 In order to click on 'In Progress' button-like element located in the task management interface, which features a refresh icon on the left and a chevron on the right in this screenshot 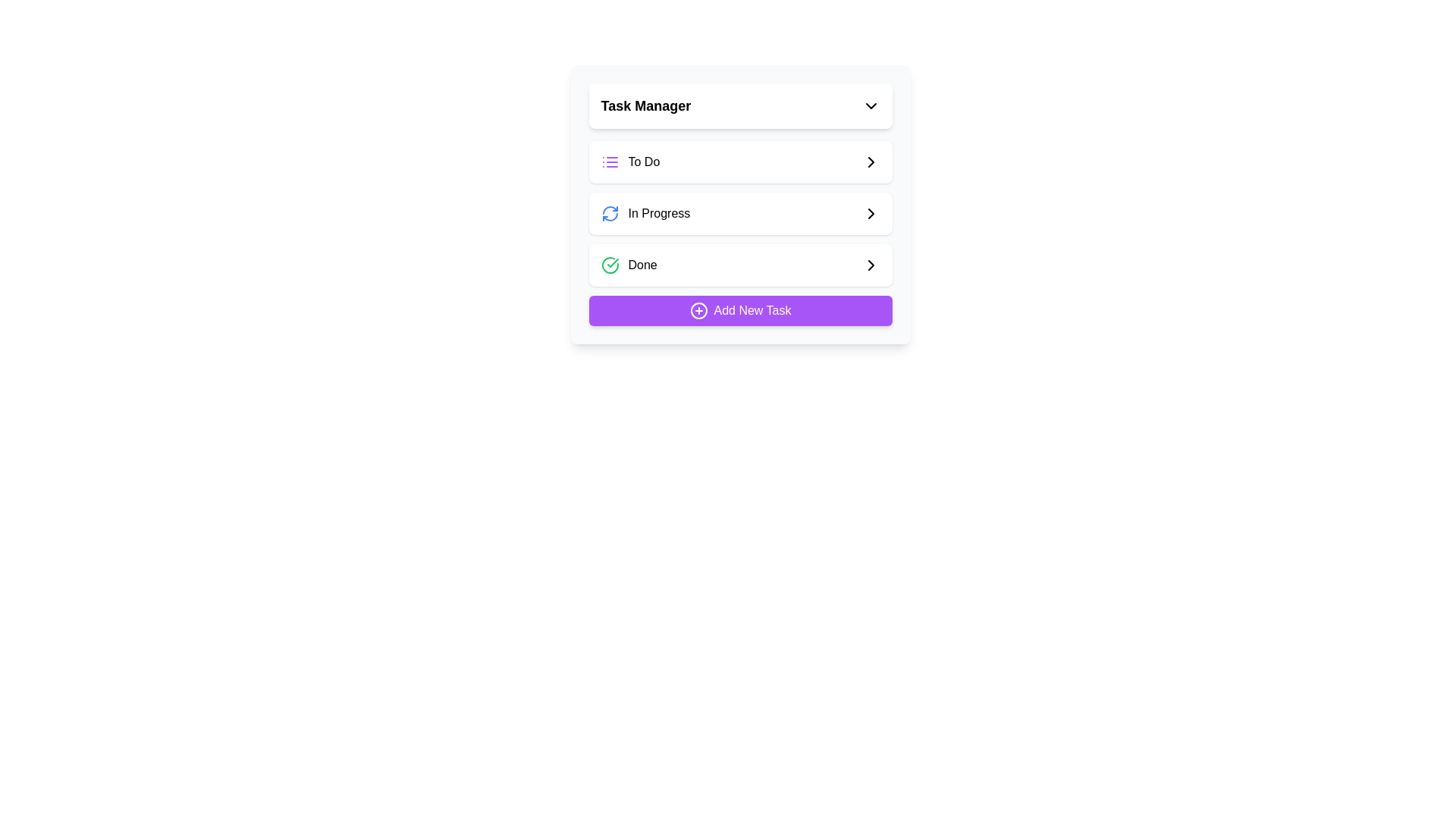, I will do `click(740, 213)`.